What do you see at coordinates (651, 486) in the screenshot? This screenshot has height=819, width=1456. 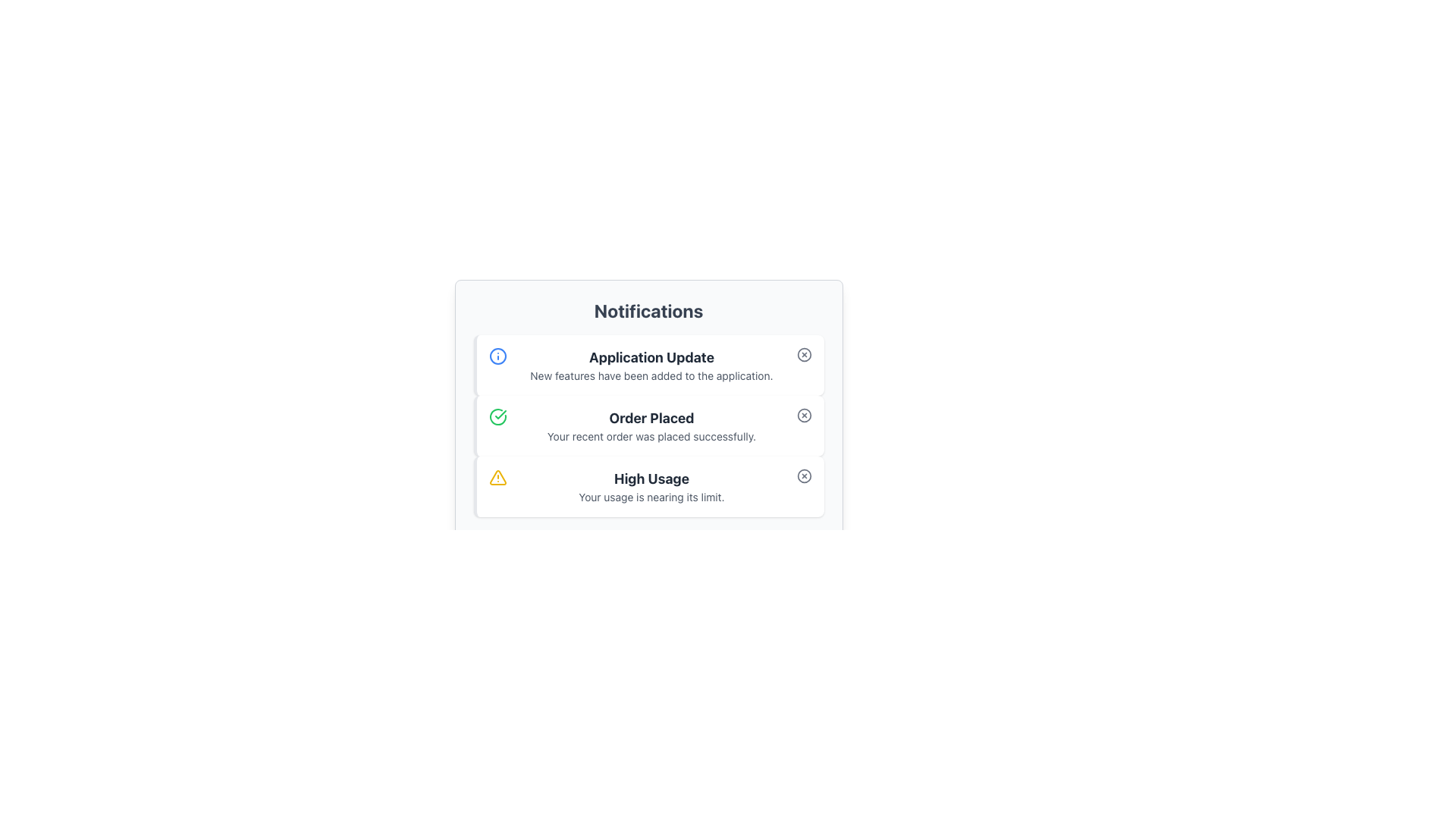 I see `the third notification item in the notification panel that alerts the user about high consumption or nearing limits in usage` at bounding box center [651, 486].